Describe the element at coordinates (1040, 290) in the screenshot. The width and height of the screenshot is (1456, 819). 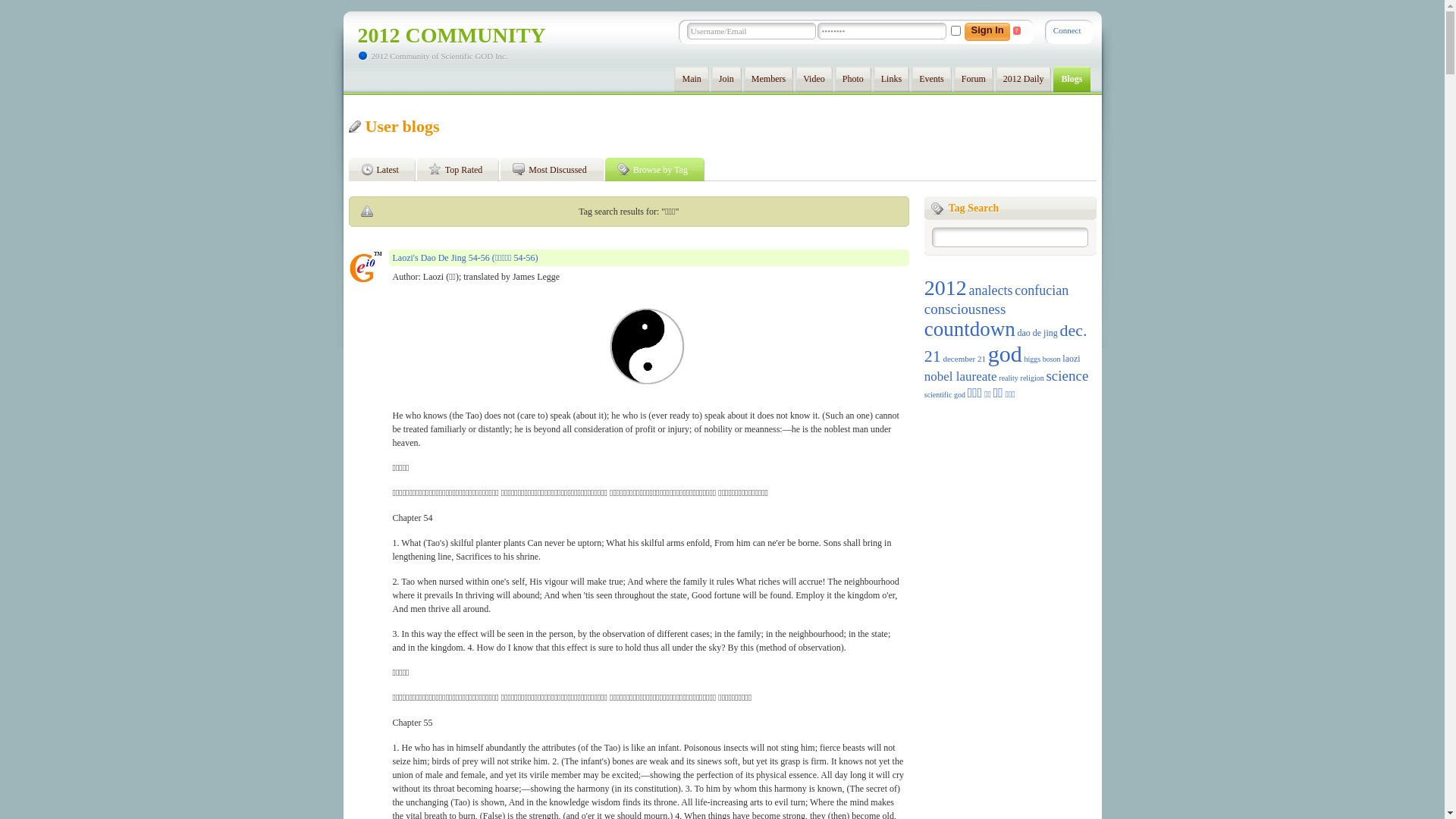
I see `'confucian'` at that location.